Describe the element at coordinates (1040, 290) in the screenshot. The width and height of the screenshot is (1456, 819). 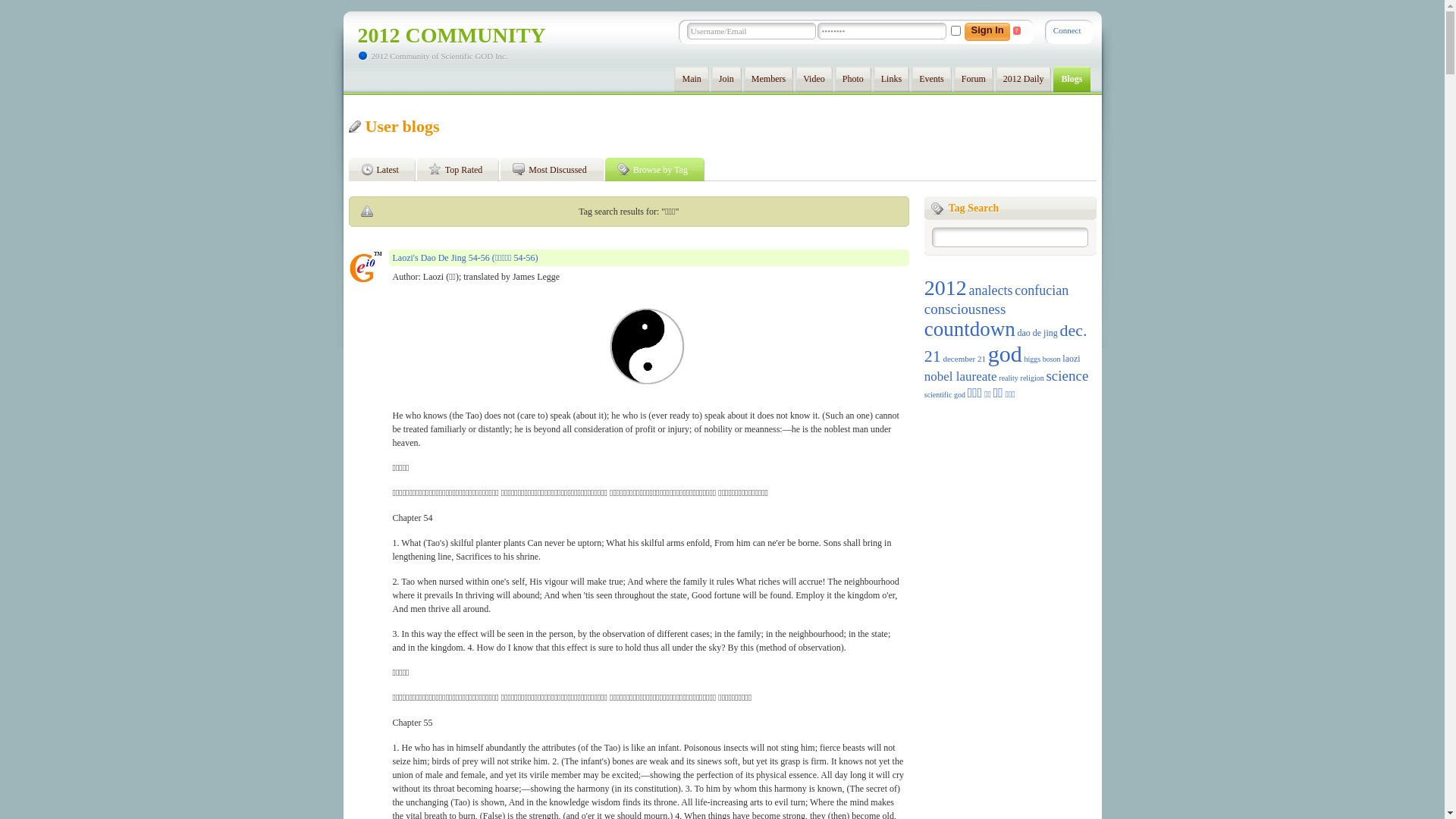
I see `'confucian'` at that location.